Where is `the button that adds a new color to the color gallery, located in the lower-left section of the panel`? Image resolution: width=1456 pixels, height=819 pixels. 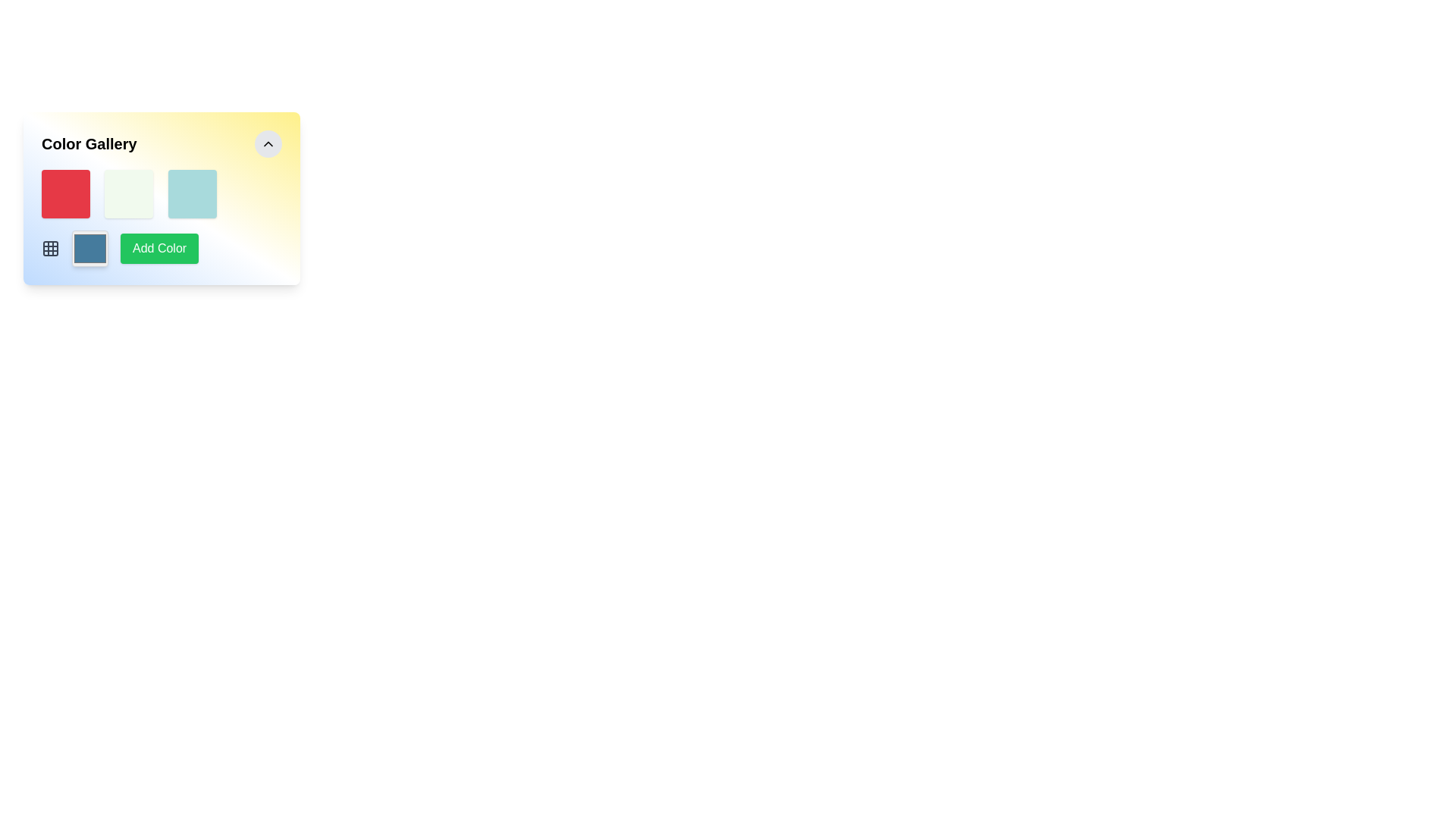 the button that adds a new color to the color gallery, located in the lower-left section of the panel is located at coordinates (159, 247).